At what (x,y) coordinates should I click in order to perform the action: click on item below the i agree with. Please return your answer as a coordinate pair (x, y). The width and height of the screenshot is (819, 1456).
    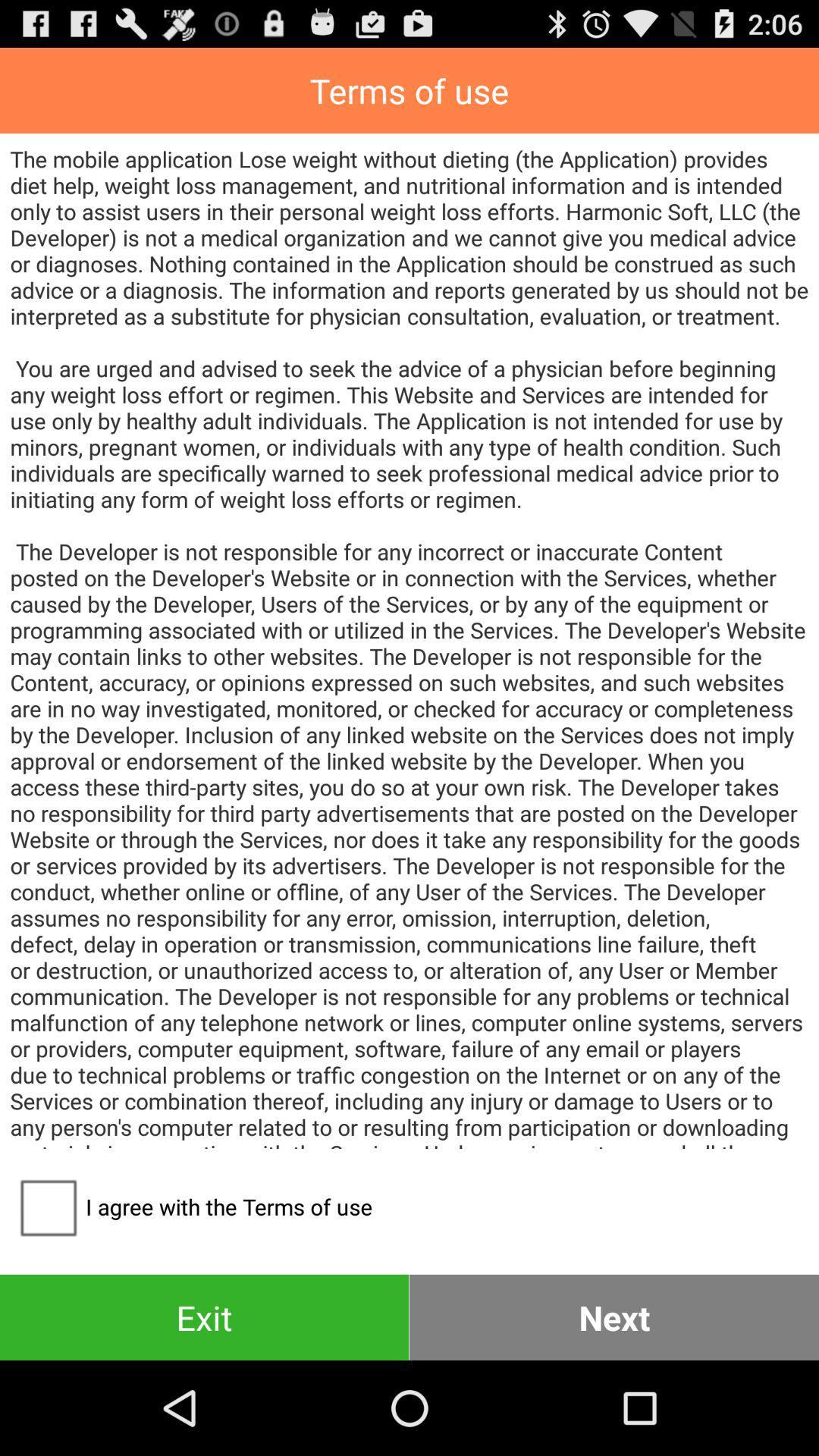
    Looking at the image, I should click on (203, 1316).